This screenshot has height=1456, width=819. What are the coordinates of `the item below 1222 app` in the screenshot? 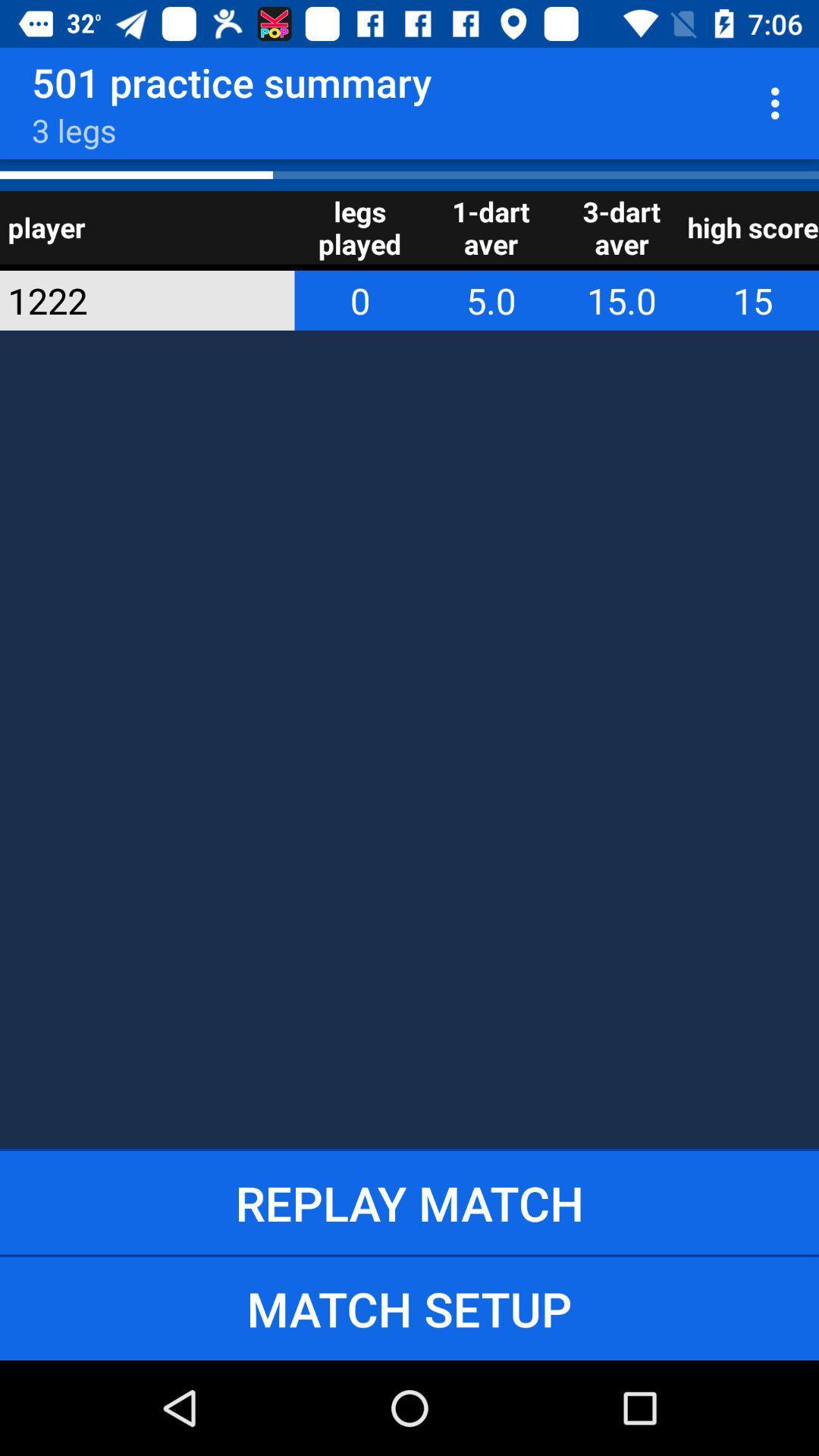 It's located at (409, 1202).